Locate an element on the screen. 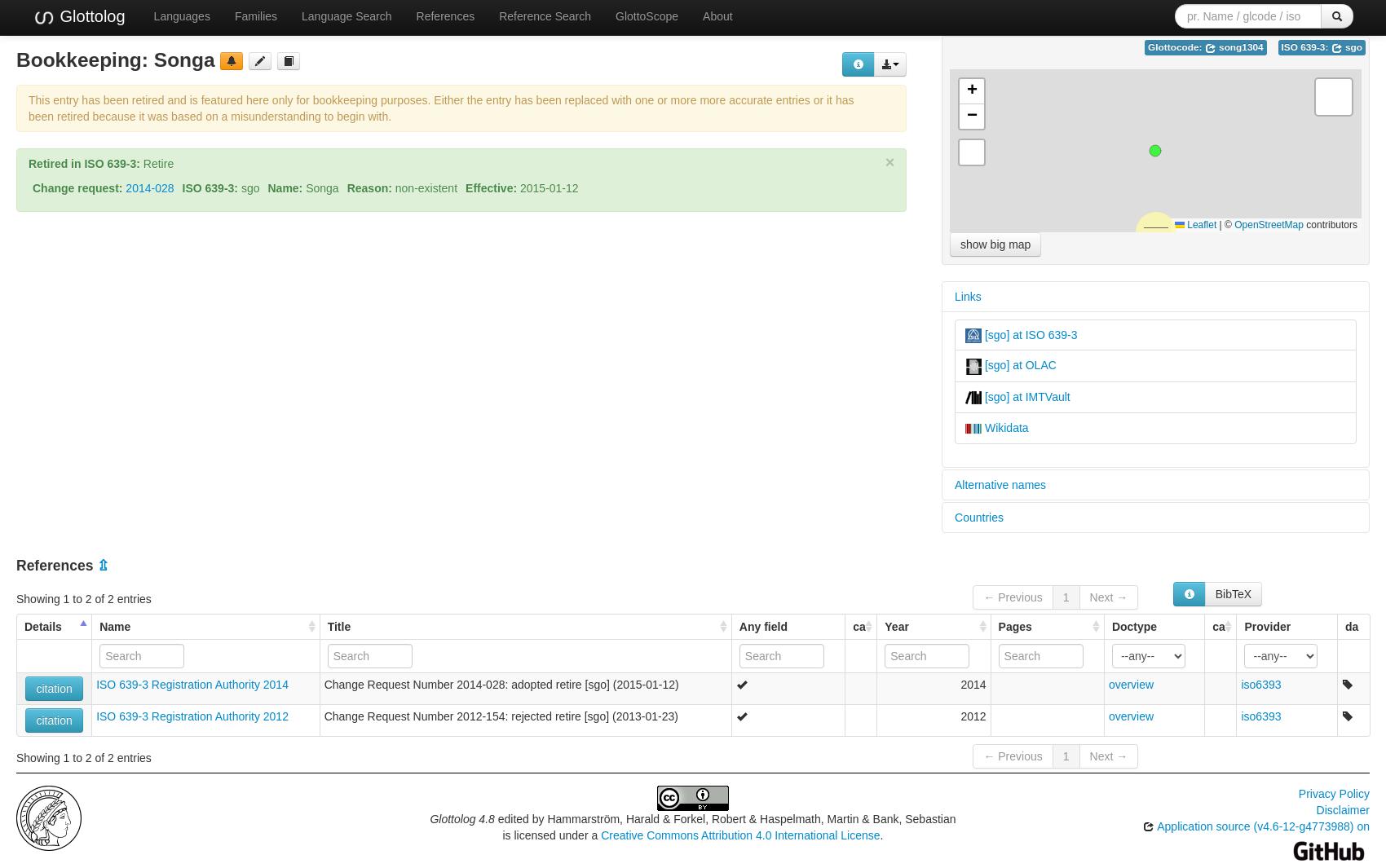 This screenshot has width=1386, height=868. 'Name' is located at coordinates (113, 625).